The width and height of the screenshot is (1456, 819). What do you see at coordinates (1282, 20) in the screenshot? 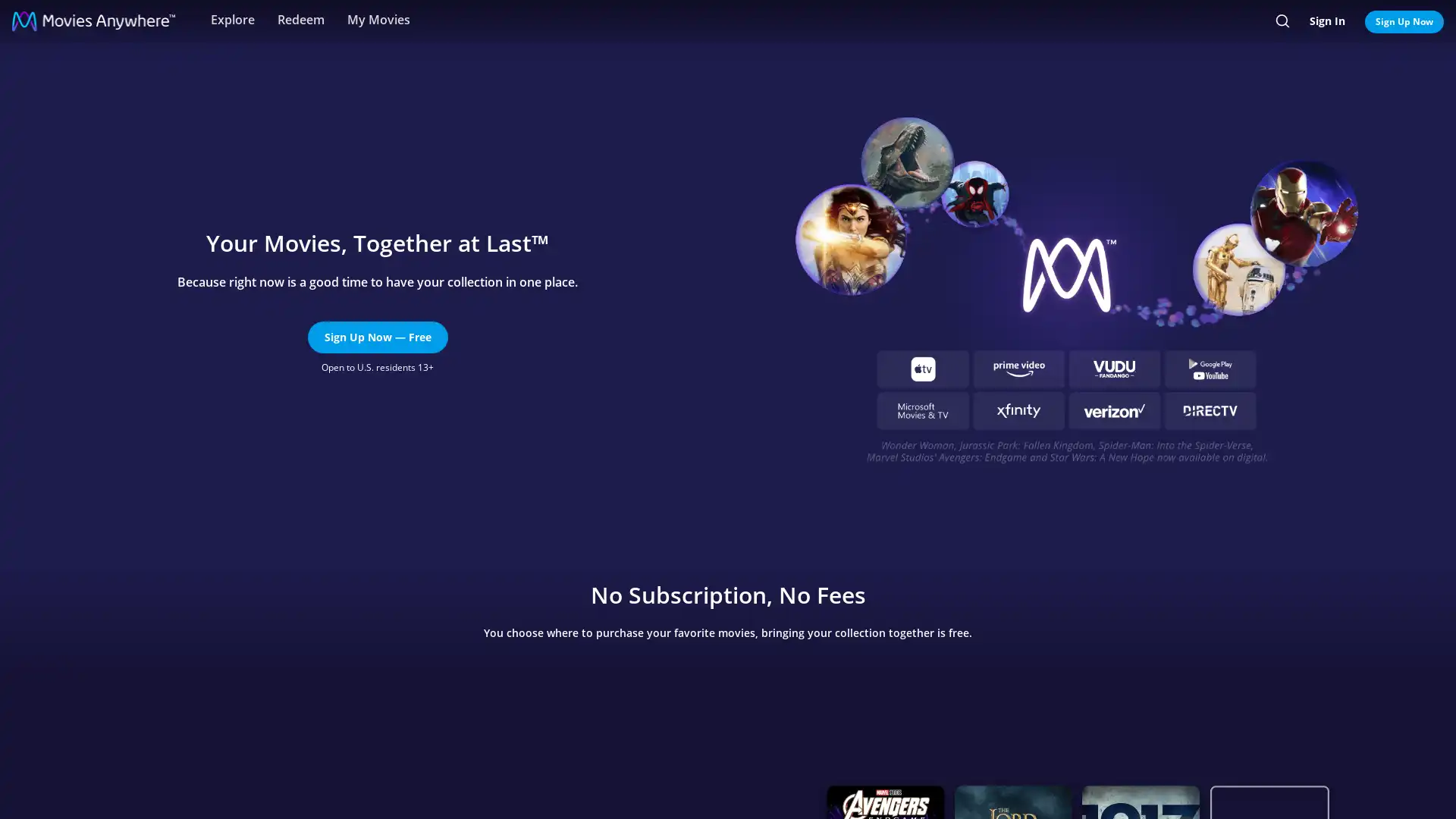
I see `Search` at bounding box center [1282, 20].